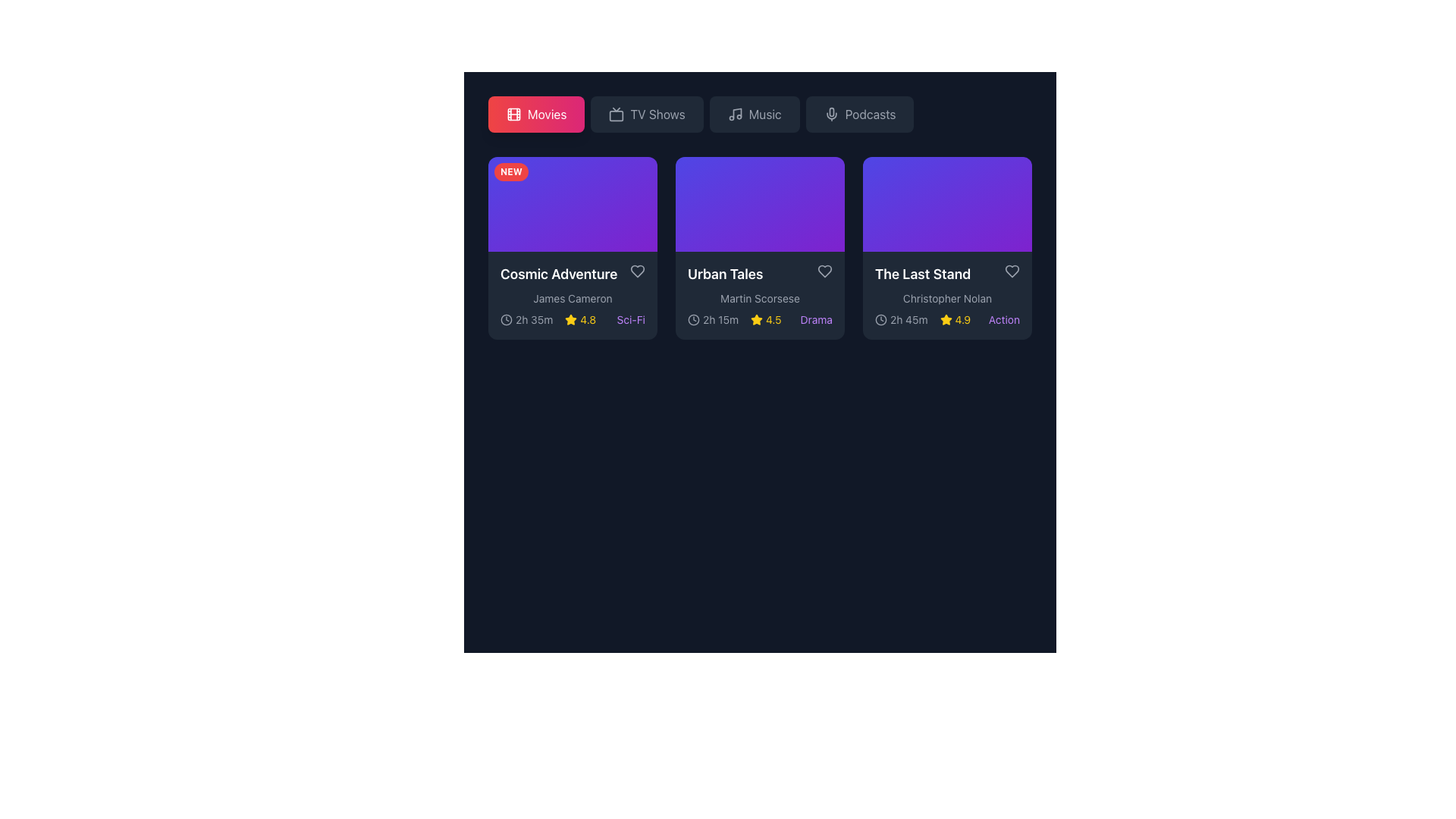 The width and height of the screenshot is (1456, 819). I want to click on the favorite icon located in the upper-right corner of the 'Cosmic Adventure' card, so click(637, 271).